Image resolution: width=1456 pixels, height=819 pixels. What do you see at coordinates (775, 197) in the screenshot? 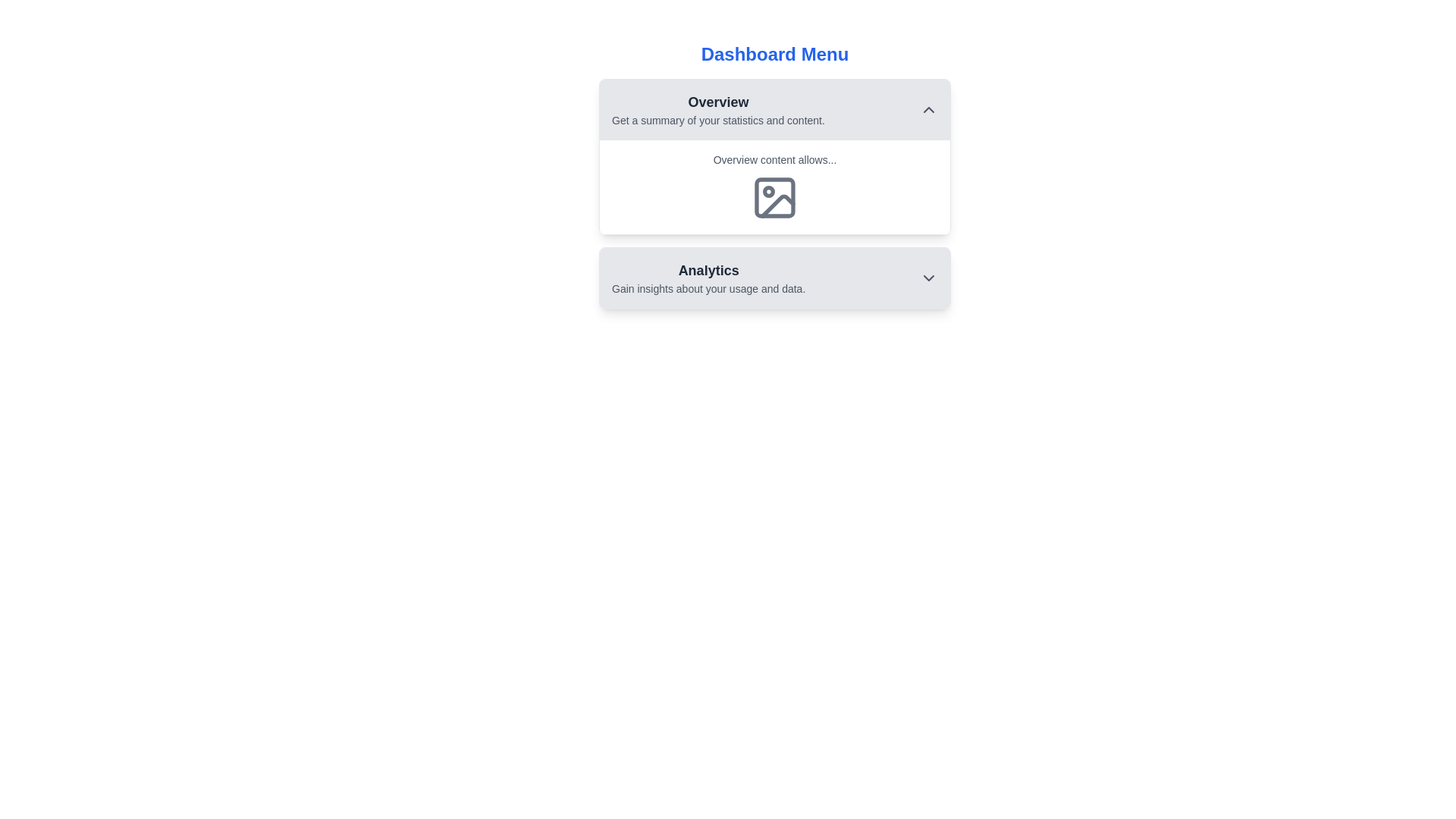
I see `the graphic icon styled with line art design located in the Overview section of the dashboard menu, situated below the descriptive text block starting with 'Overview content allows...'` at bounding box center [775, 197].